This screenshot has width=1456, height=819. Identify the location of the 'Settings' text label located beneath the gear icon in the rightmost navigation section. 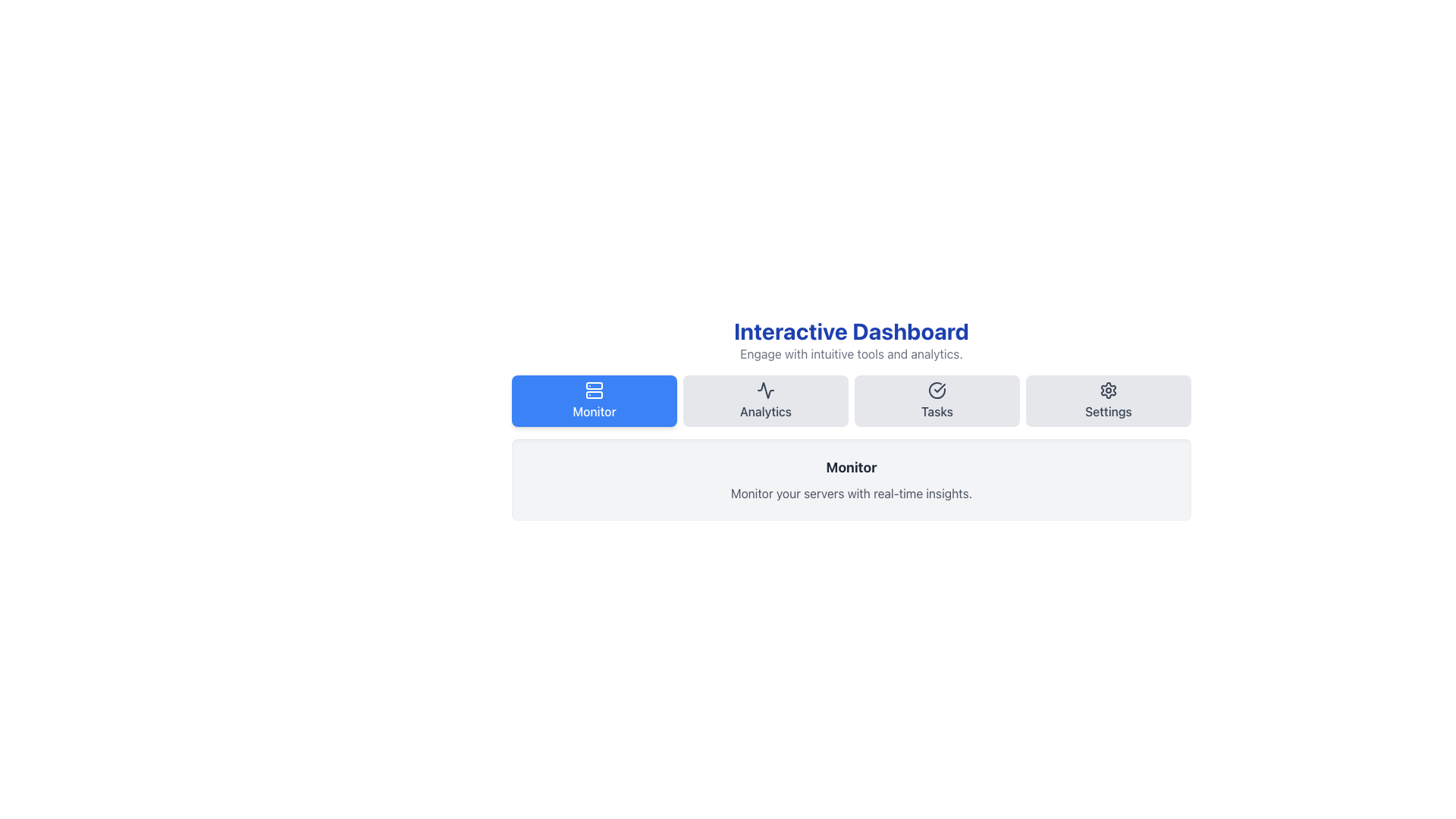
(1109, 412).